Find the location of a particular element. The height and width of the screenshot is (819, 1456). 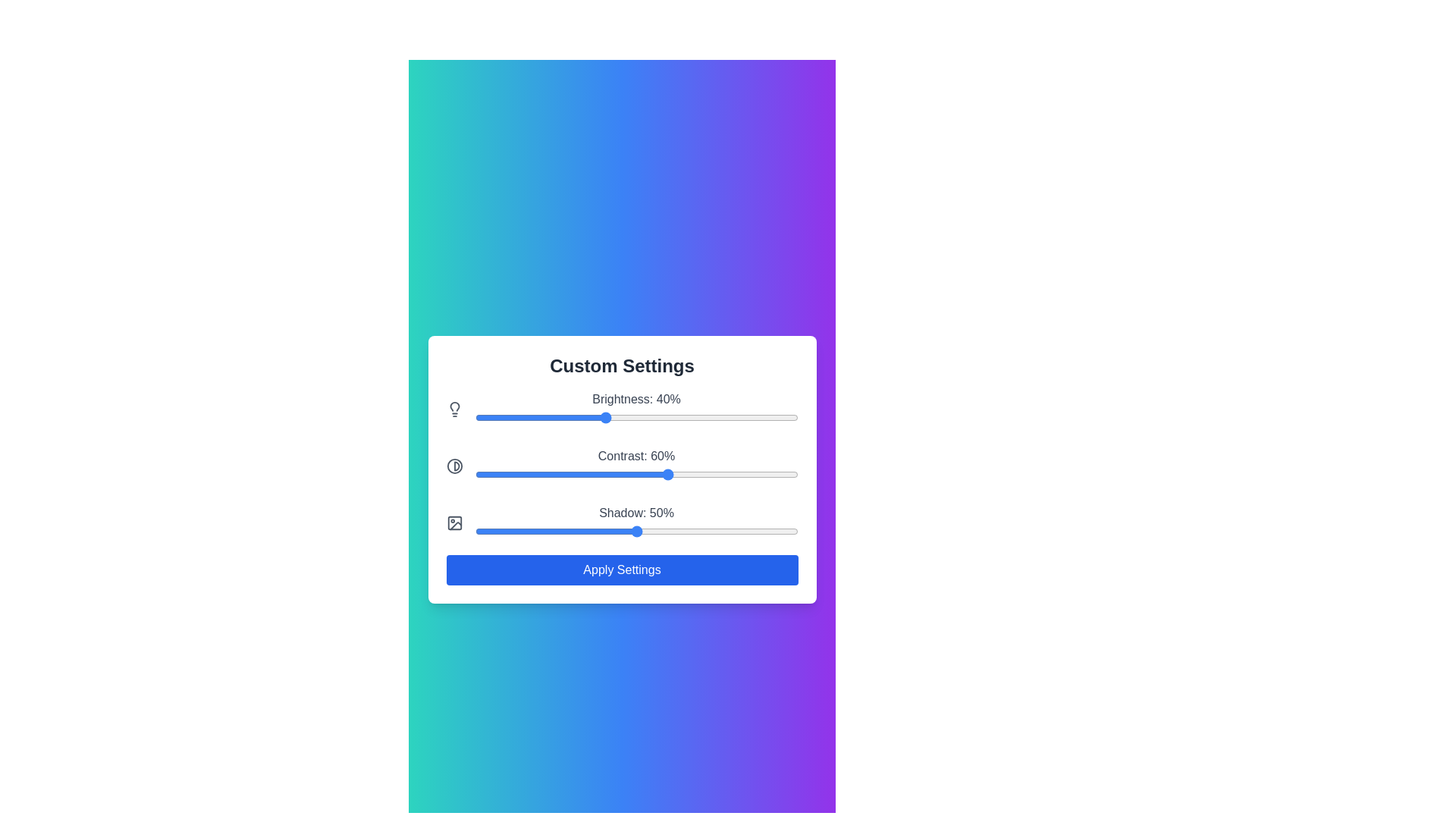

the Shadow slider to set its value to 87 is located at coordinates (756, 530).